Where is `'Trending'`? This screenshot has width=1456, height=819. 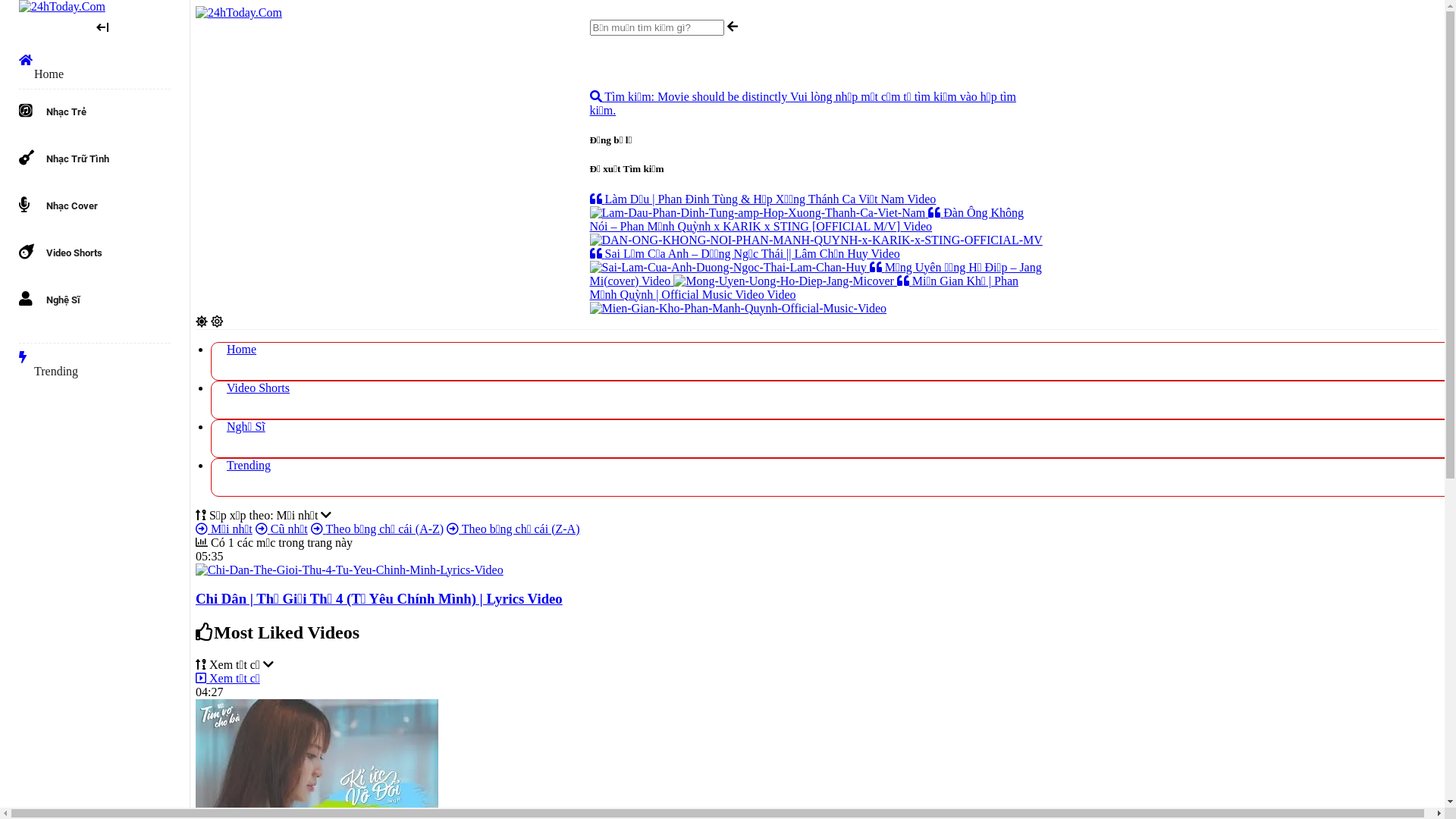 'Trending' is located at coordinates (18, 360).